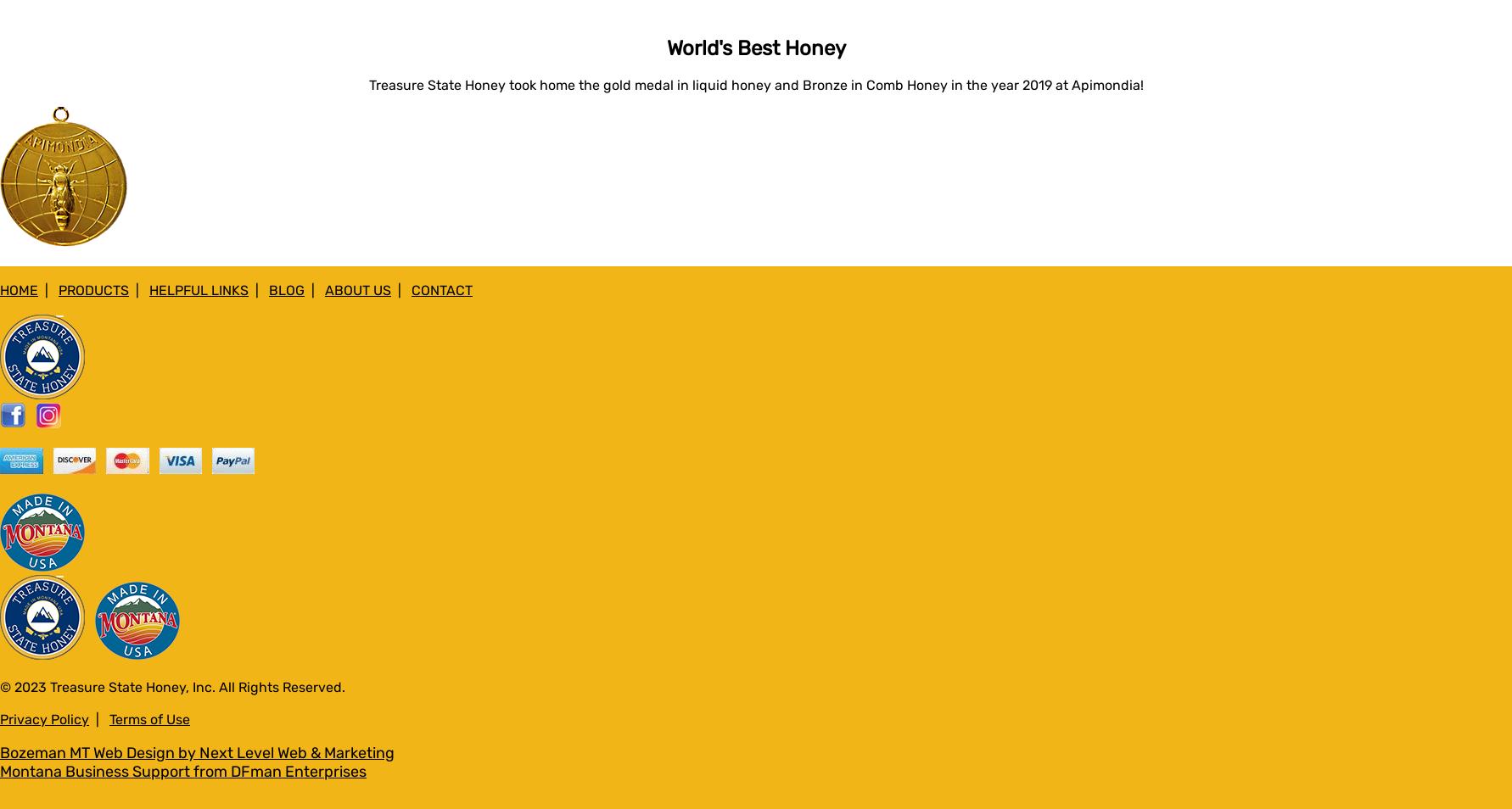  What do you see at coordinates (19, 289) in the screenshot?
I see `'HOME'` at bounding box center [19, 289].